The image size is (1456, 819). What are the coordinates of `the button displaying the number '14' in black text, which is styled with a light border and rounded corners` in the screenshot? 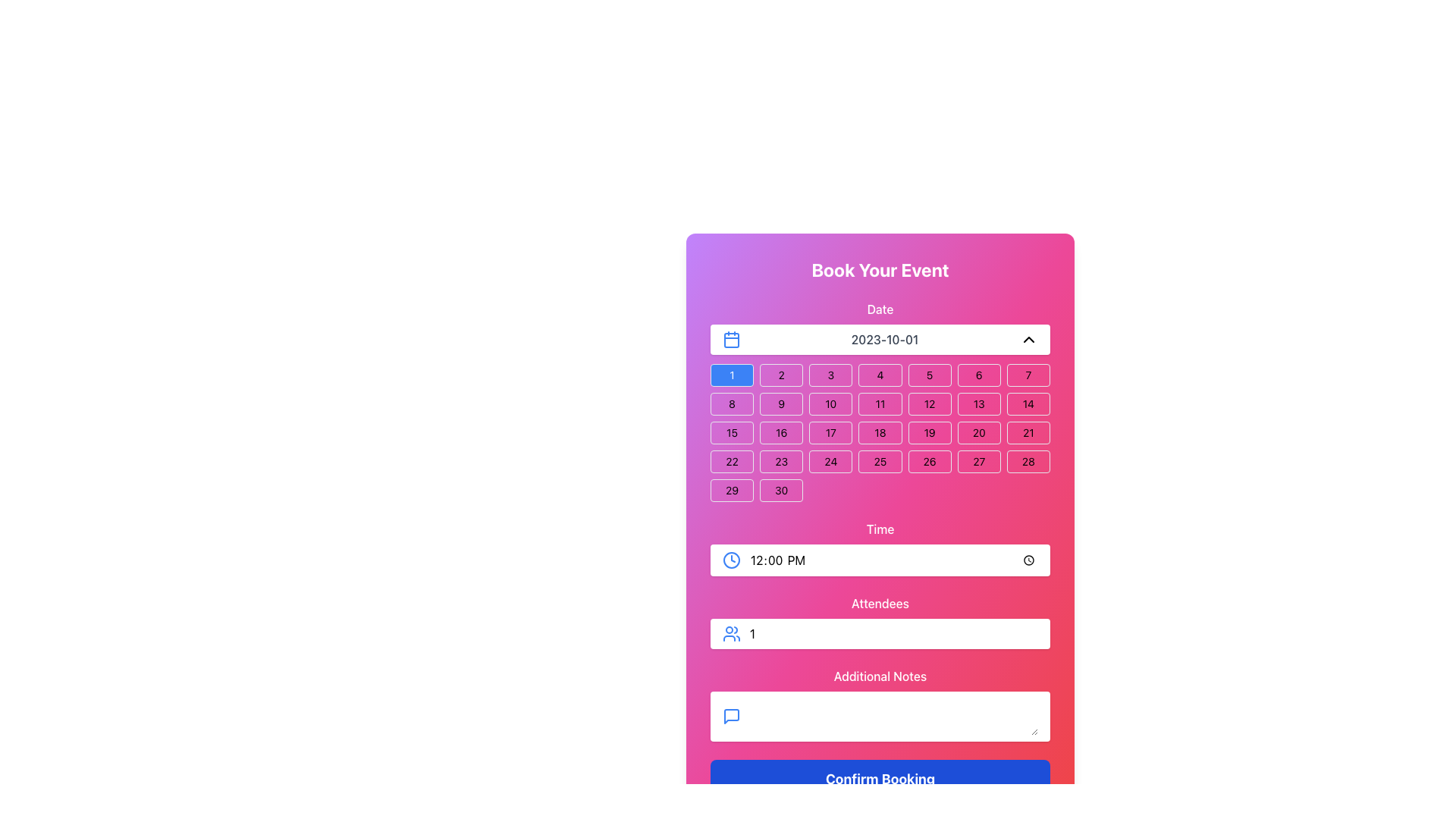 It's located at (1028, 403).